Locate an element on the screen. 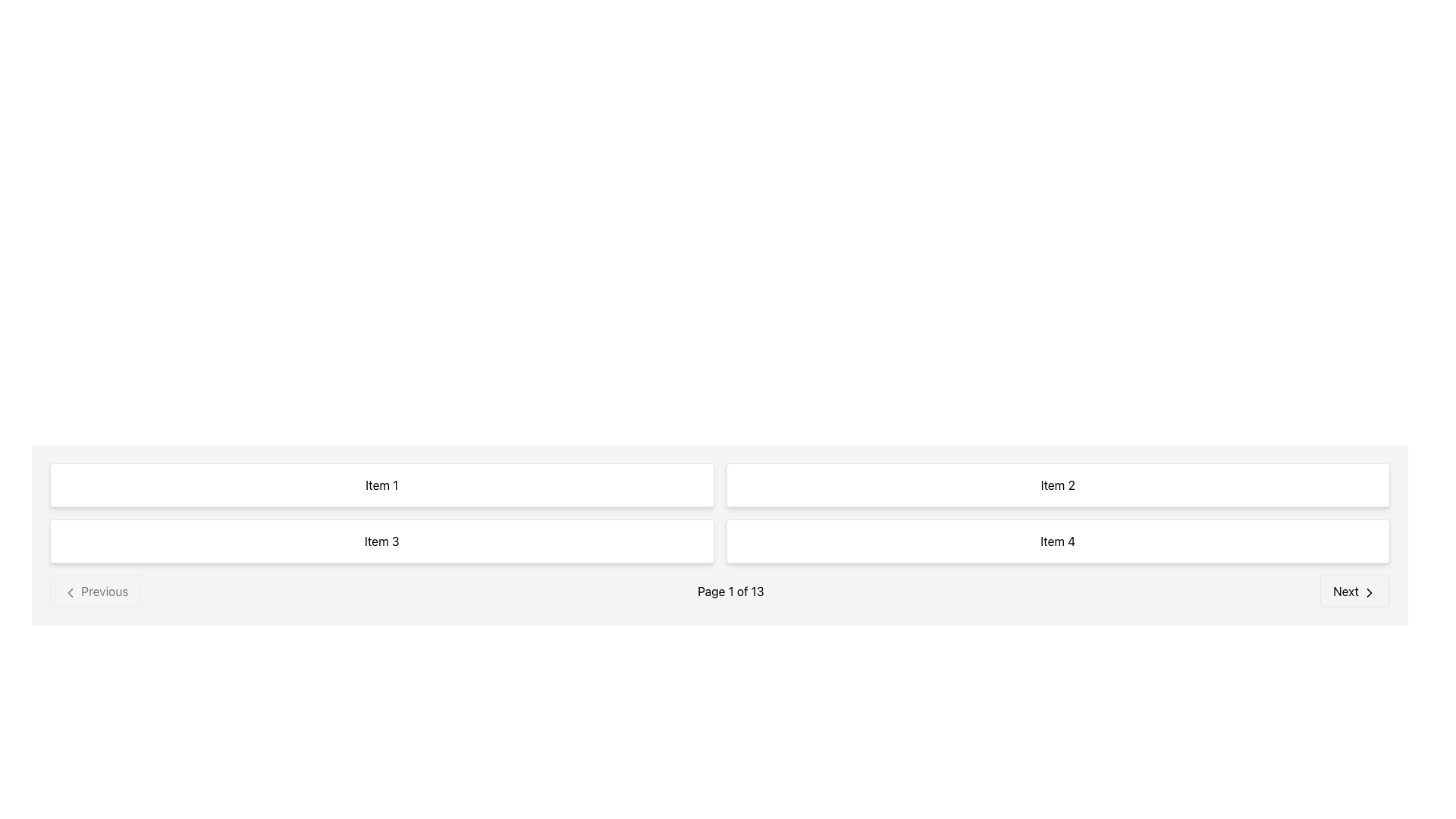 The height and width of the screenshot is (819, 1456). the icon inside the 'Previous' button located on the left side of the navigation bar at the lower section of the viewport is located at coordinates (69, 591).